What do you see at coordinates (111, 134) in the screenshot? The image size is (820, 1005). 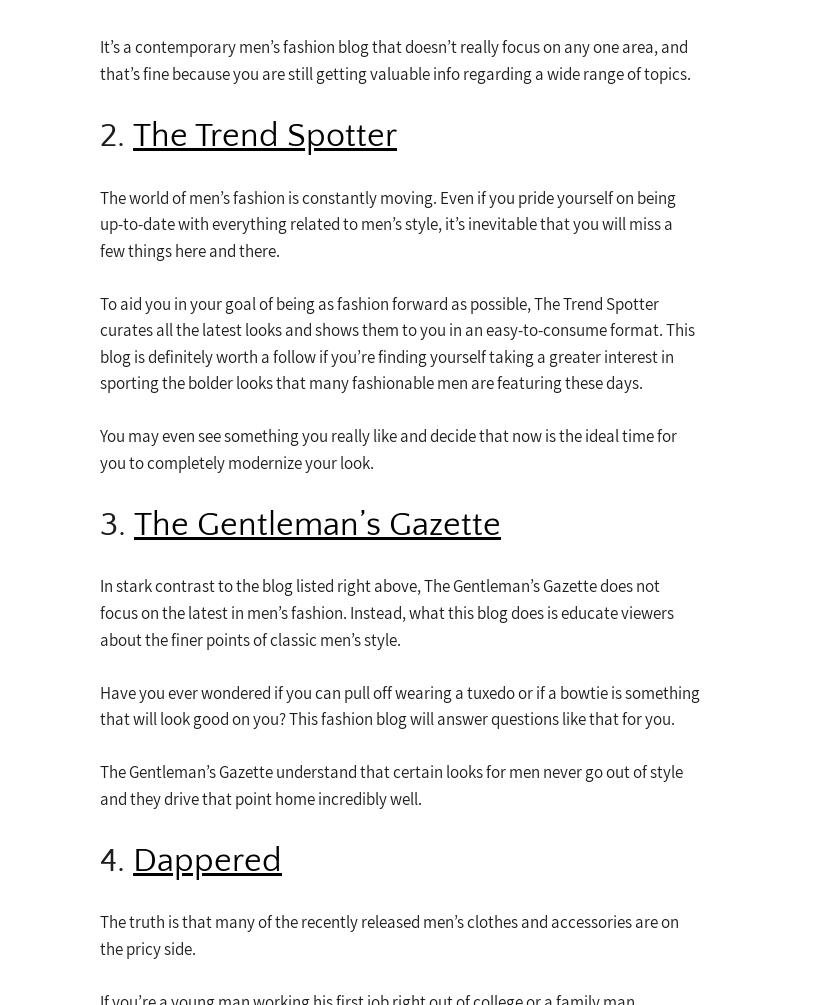 I see `'2.'` at bounding box center [111, 134].